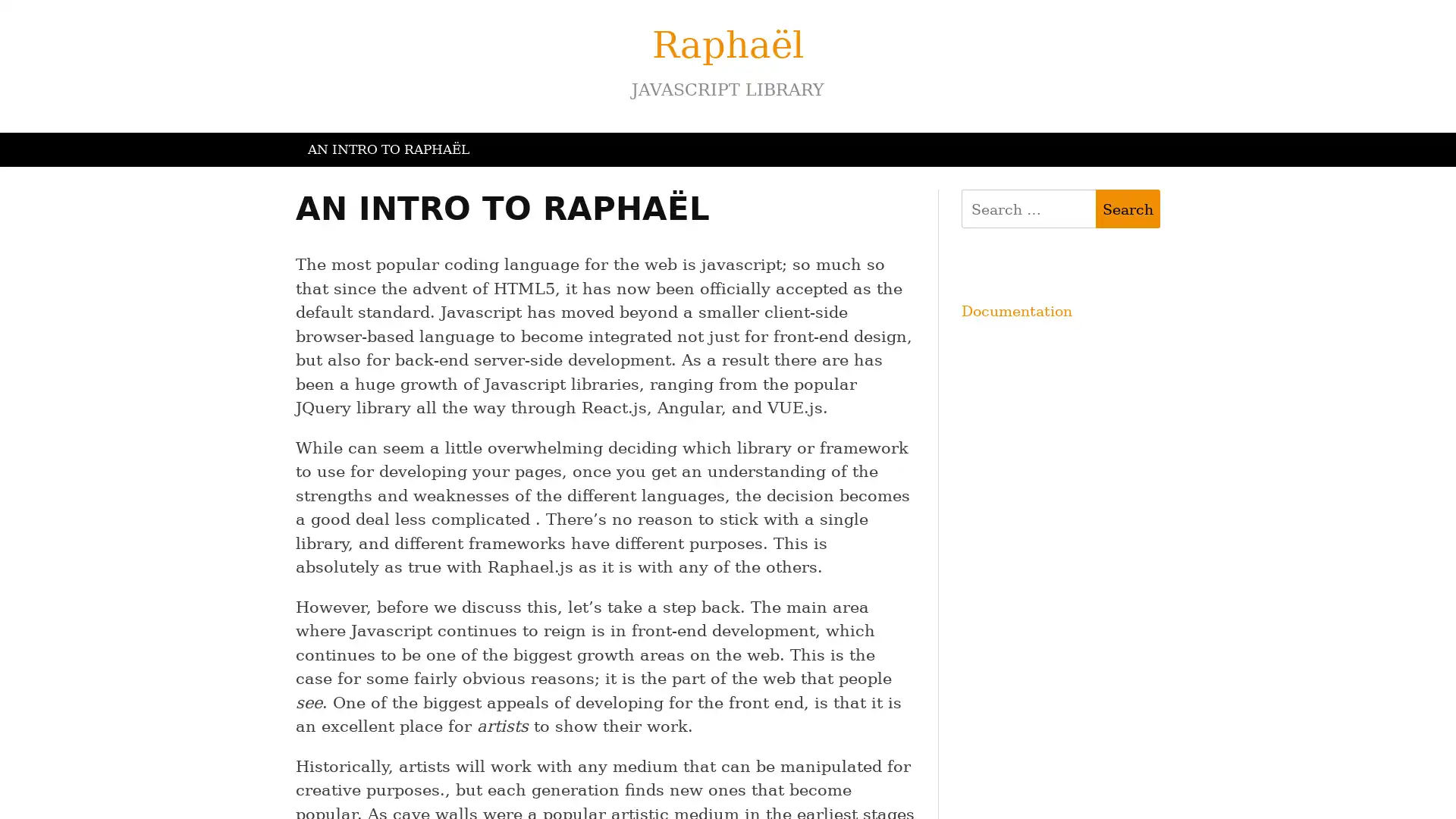  I want to click on Search, so click(1128, 209).